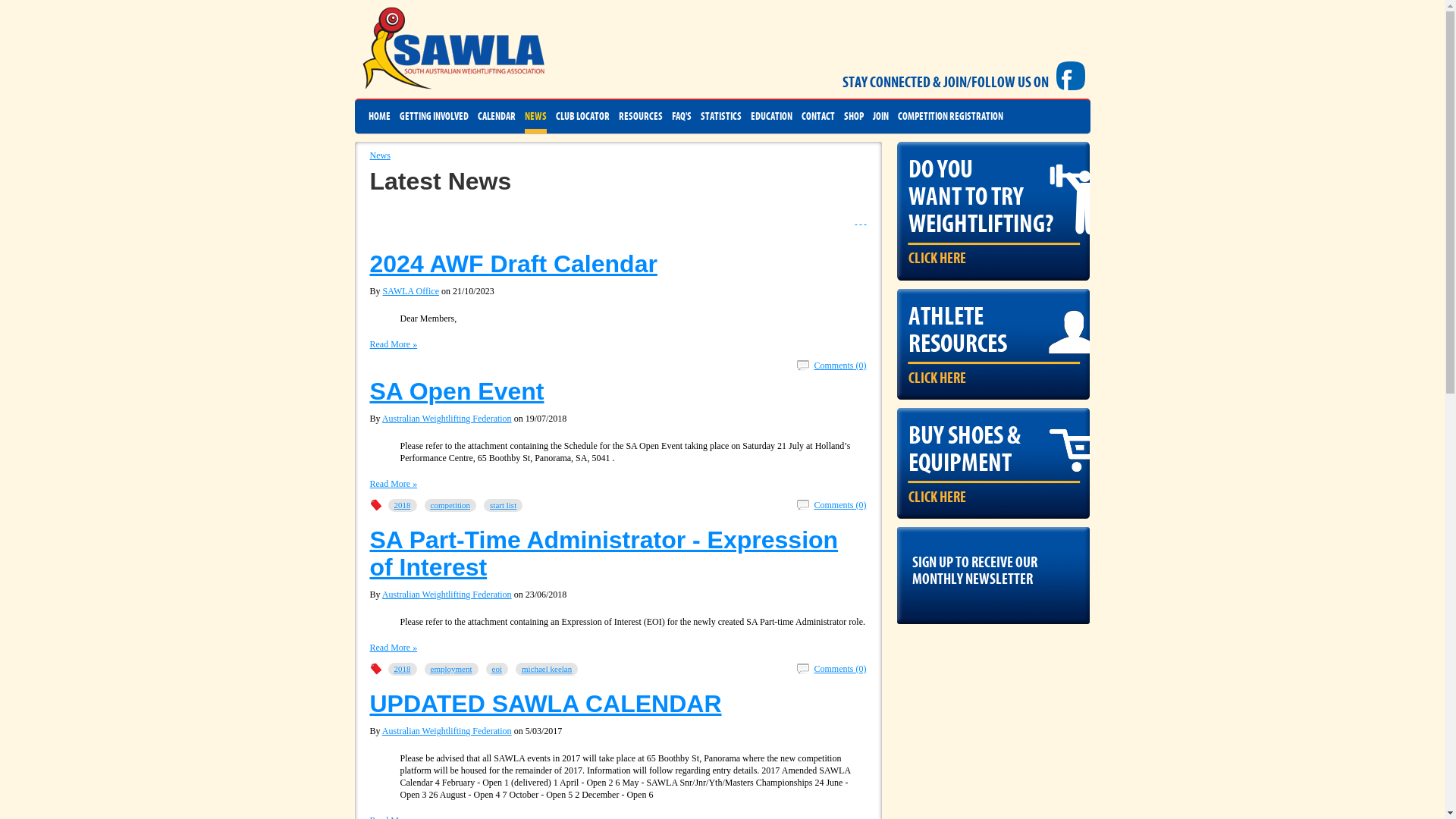 This screenshot has width=1456, height=819. What do you see at coordinates (368, 116) in the screenshot?
I see `'HOME'` at bounding box center [368, 116].